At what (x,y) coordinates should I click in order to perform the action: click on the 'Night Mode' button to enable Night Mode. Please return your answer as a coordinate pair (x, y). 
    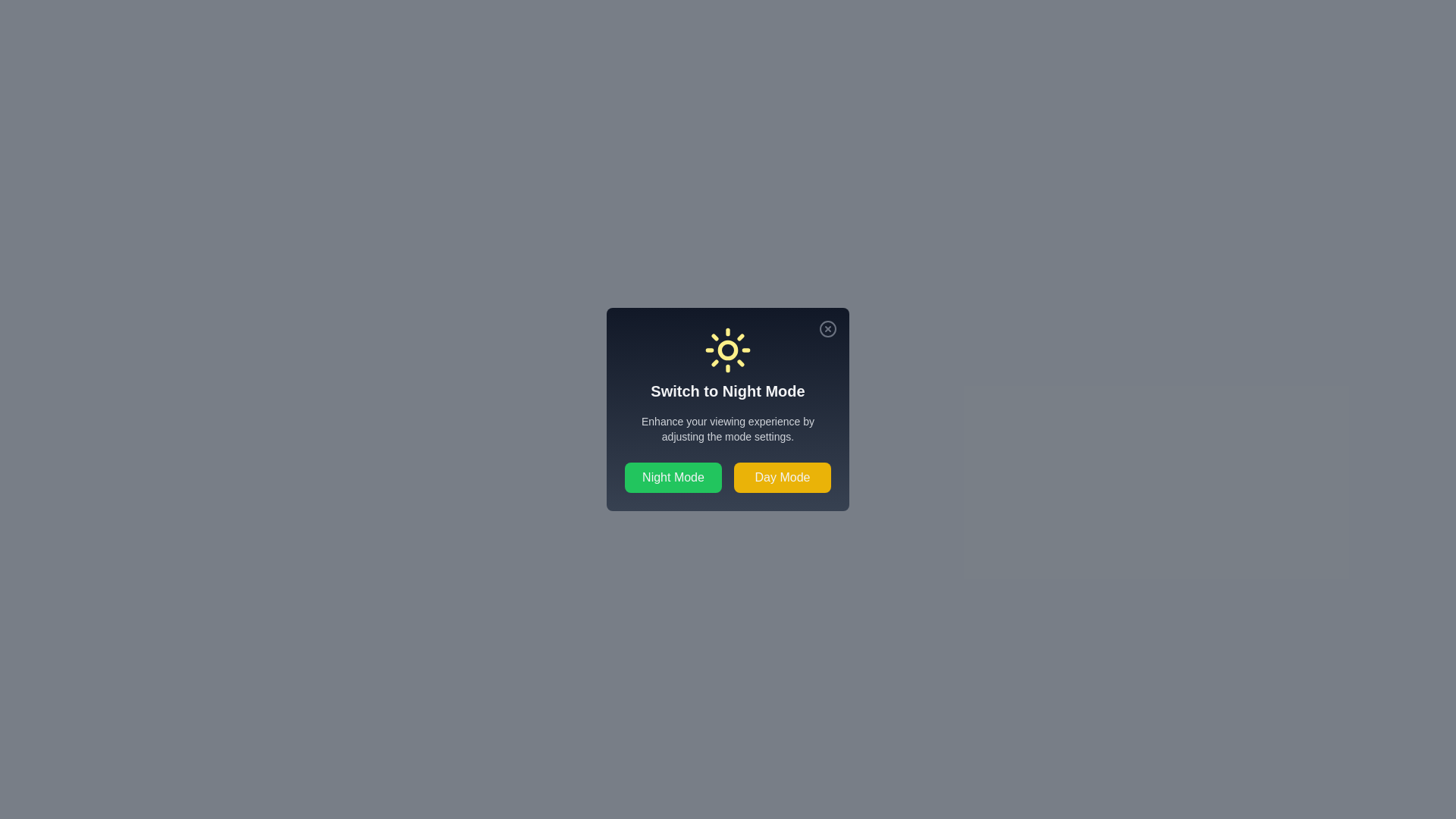
    Looking at the image, I should click on (673, 476).